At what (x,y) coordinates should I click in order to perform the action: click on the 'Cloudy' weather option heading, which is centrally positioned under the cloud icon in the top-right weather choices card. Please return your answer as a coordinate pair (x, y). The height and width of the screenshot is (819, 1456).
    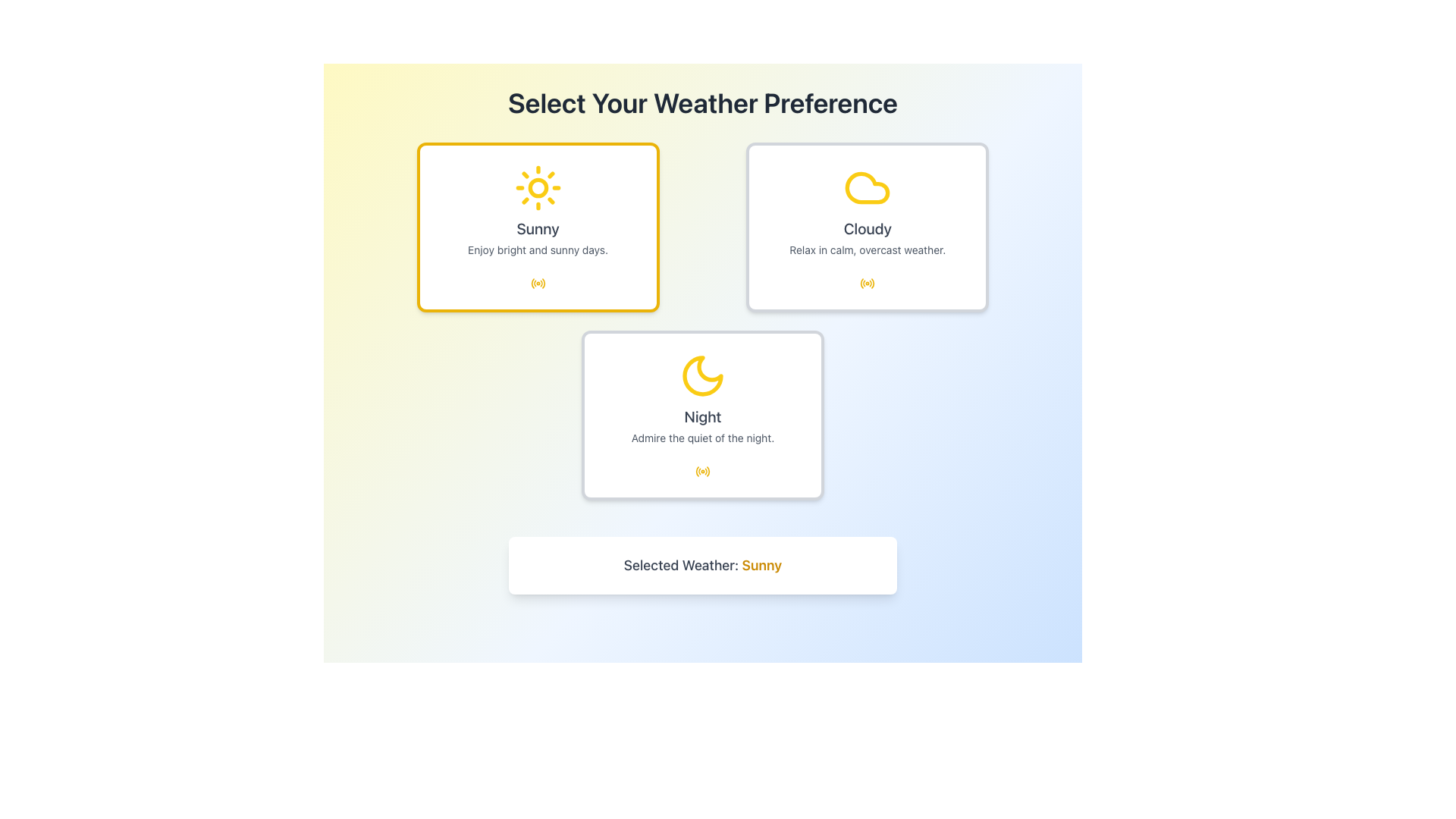
    Looking at the image, I should click on (868, 228).